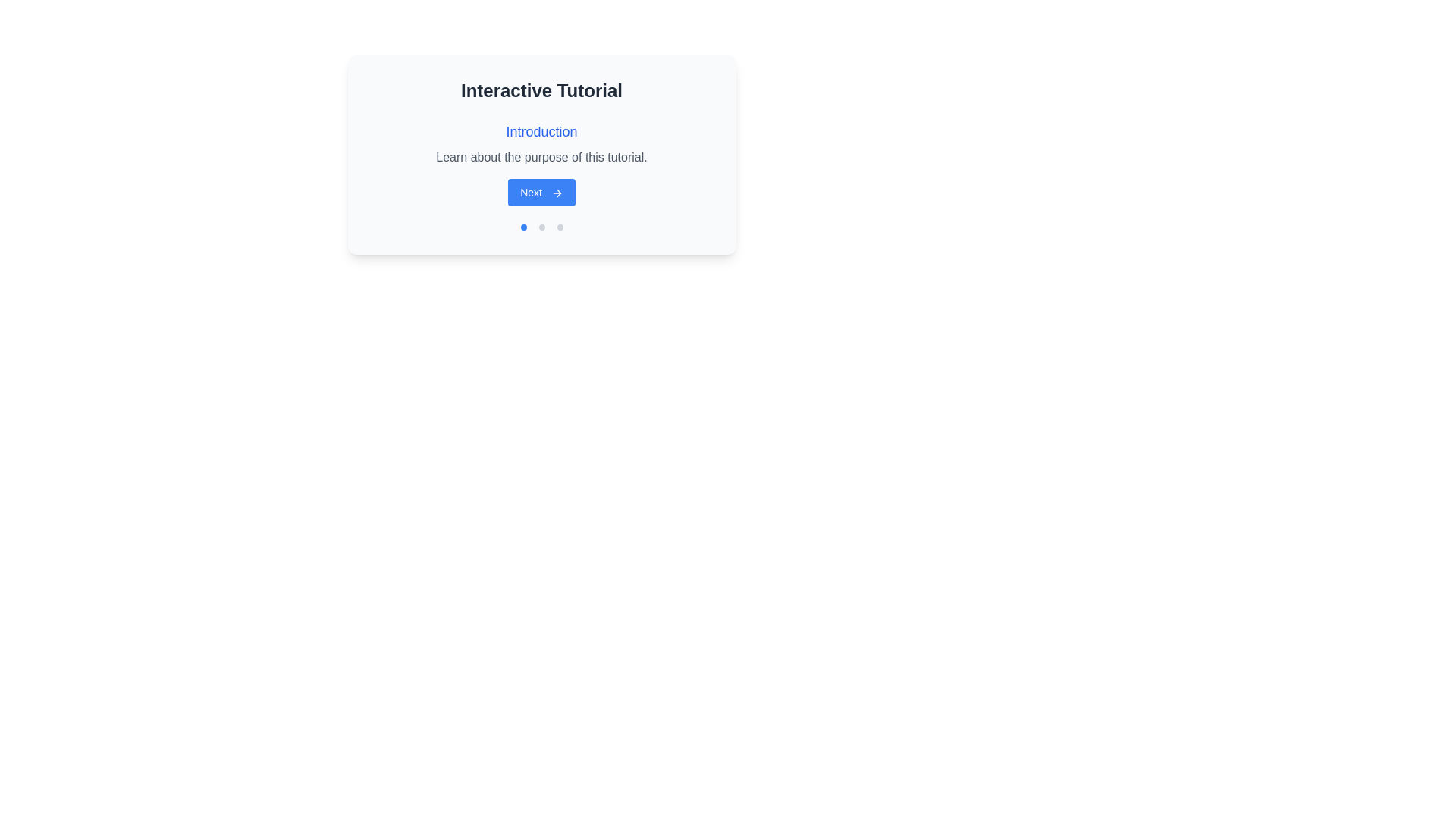 Image resolution: width=1456 pixels, height=819 pixels. What do you see at coordinates (541, 192) in the screenshot?
I see `the rectangular blue button labeled 'Next' located at the bottom center of the content area` at bounding box center [541, 192].